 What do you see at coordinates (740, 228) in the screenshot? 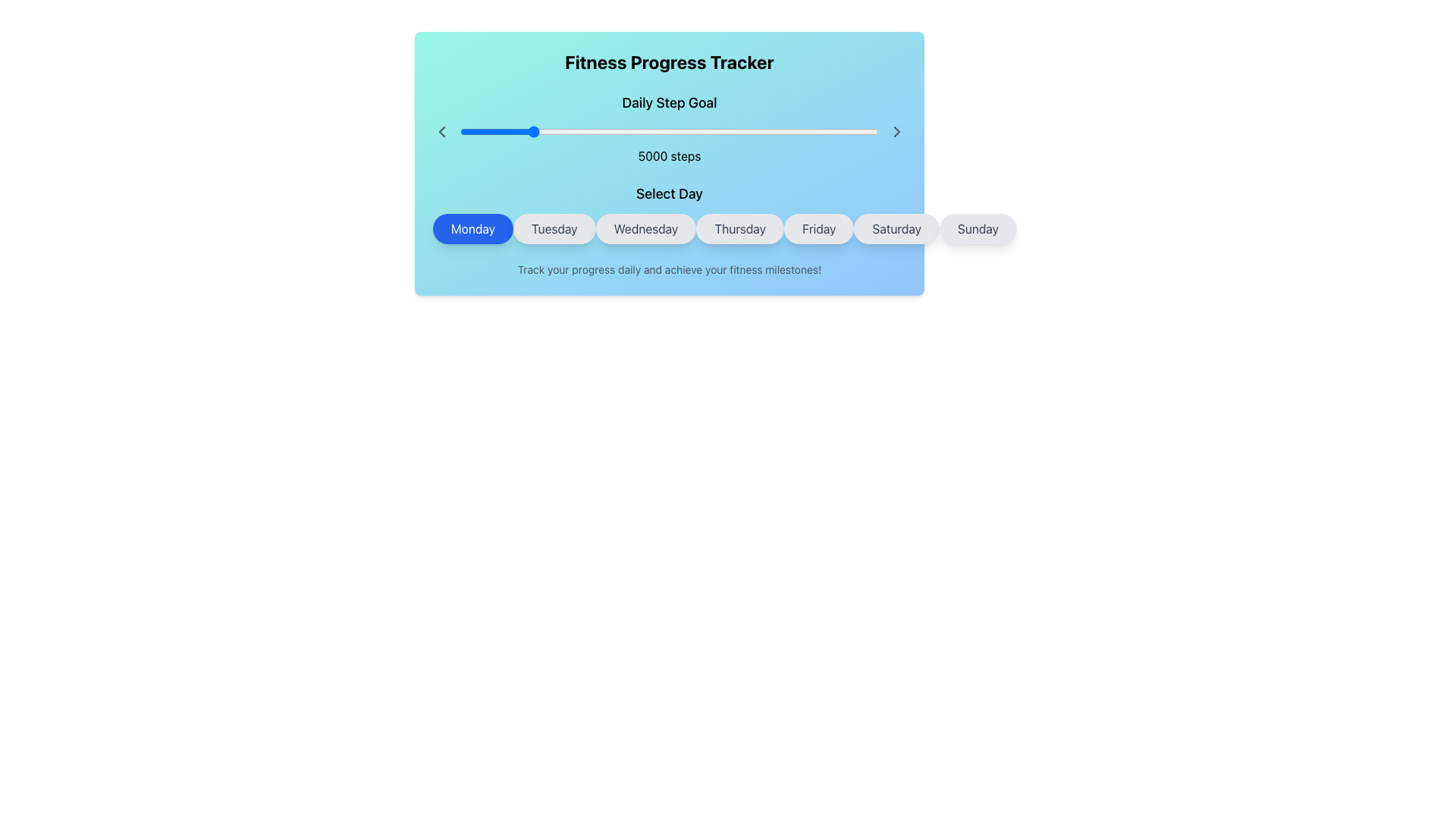
I see `the 'Thursday' button` at bounding box center [740, 228].